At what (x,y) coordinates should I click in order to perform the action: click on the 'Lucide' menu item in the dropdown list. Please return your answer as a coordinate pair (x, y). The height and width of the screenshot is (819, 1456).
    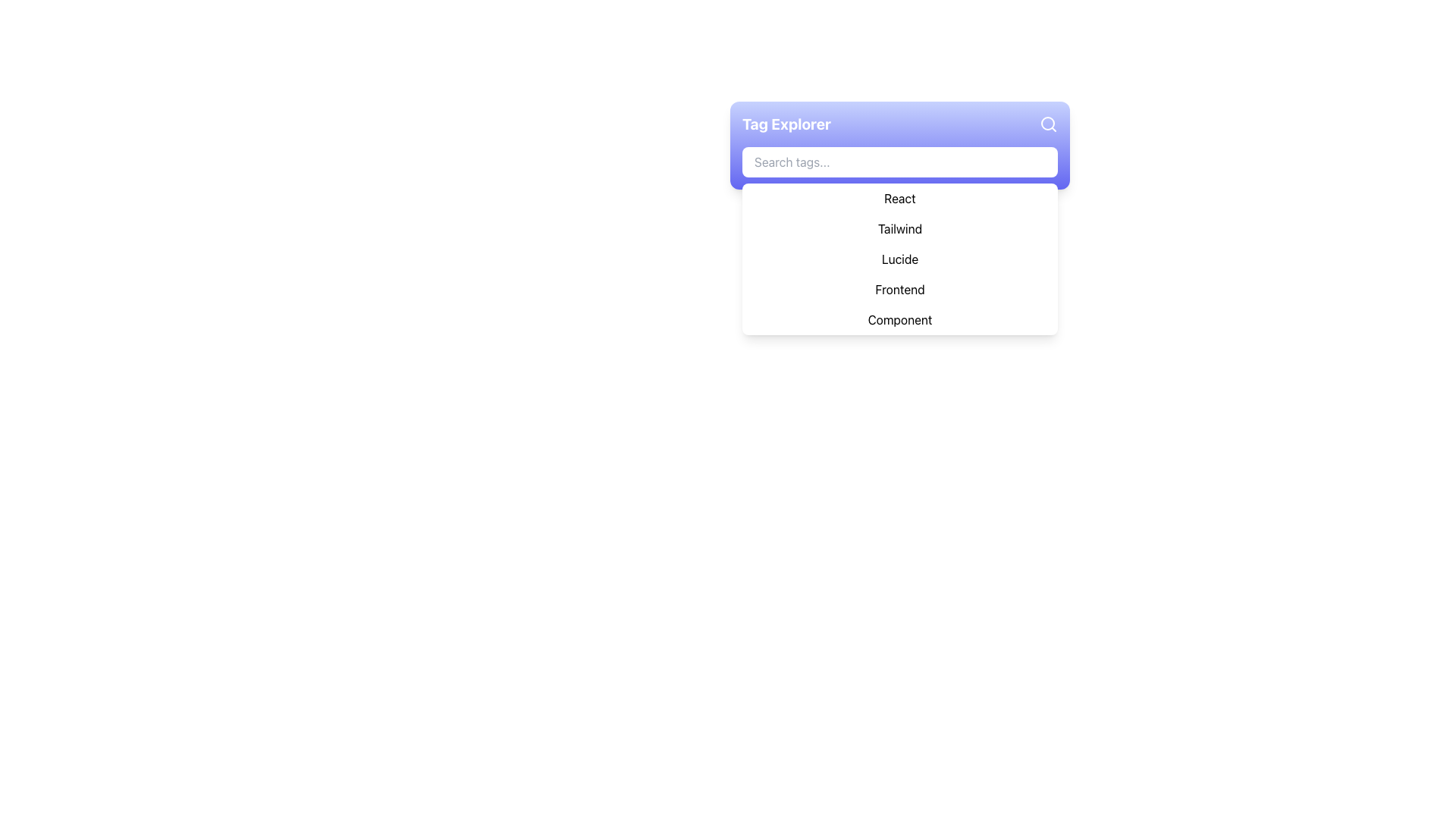
    Looking at the image, I should click on (899, 259).